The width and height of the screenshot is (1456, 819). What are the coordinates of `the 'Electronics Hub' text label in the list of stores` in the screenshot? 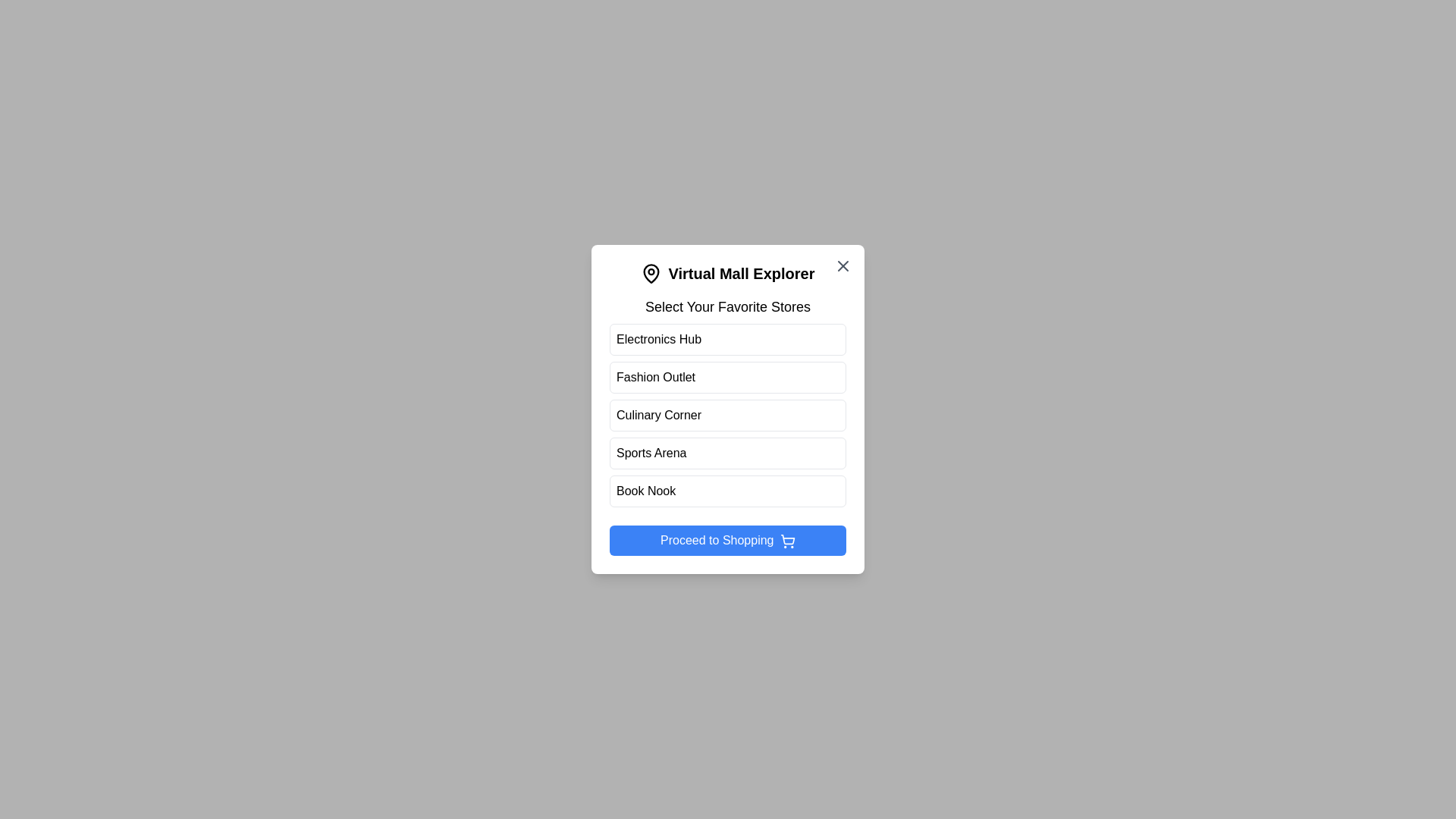 It's located at (658, 338).